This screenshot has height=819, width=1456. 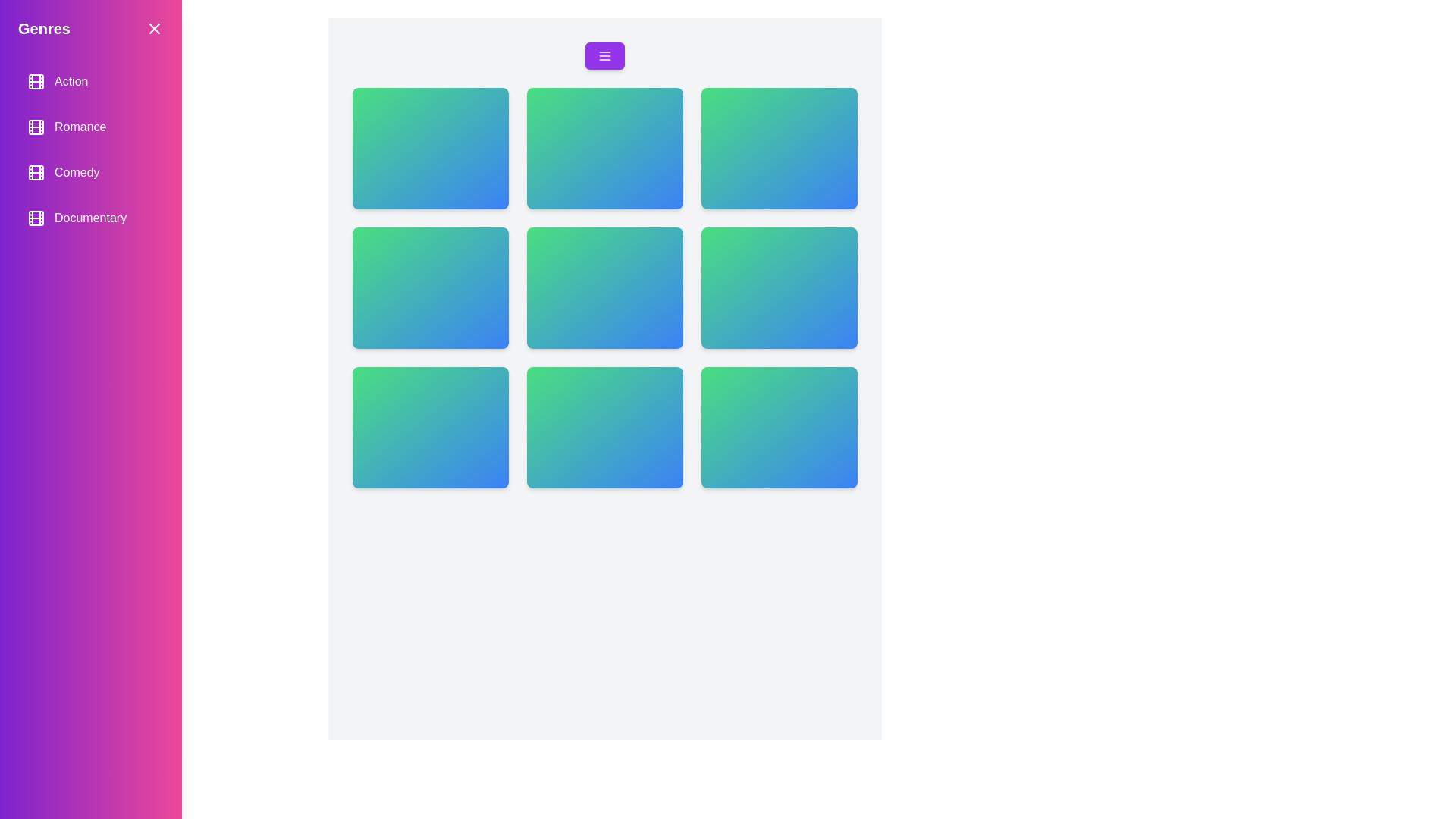 What do you see at coordinates (154, 29) in the screenshot?
I see `the close button to toggle the drawer's visibility` at bounding box center [154, 29].